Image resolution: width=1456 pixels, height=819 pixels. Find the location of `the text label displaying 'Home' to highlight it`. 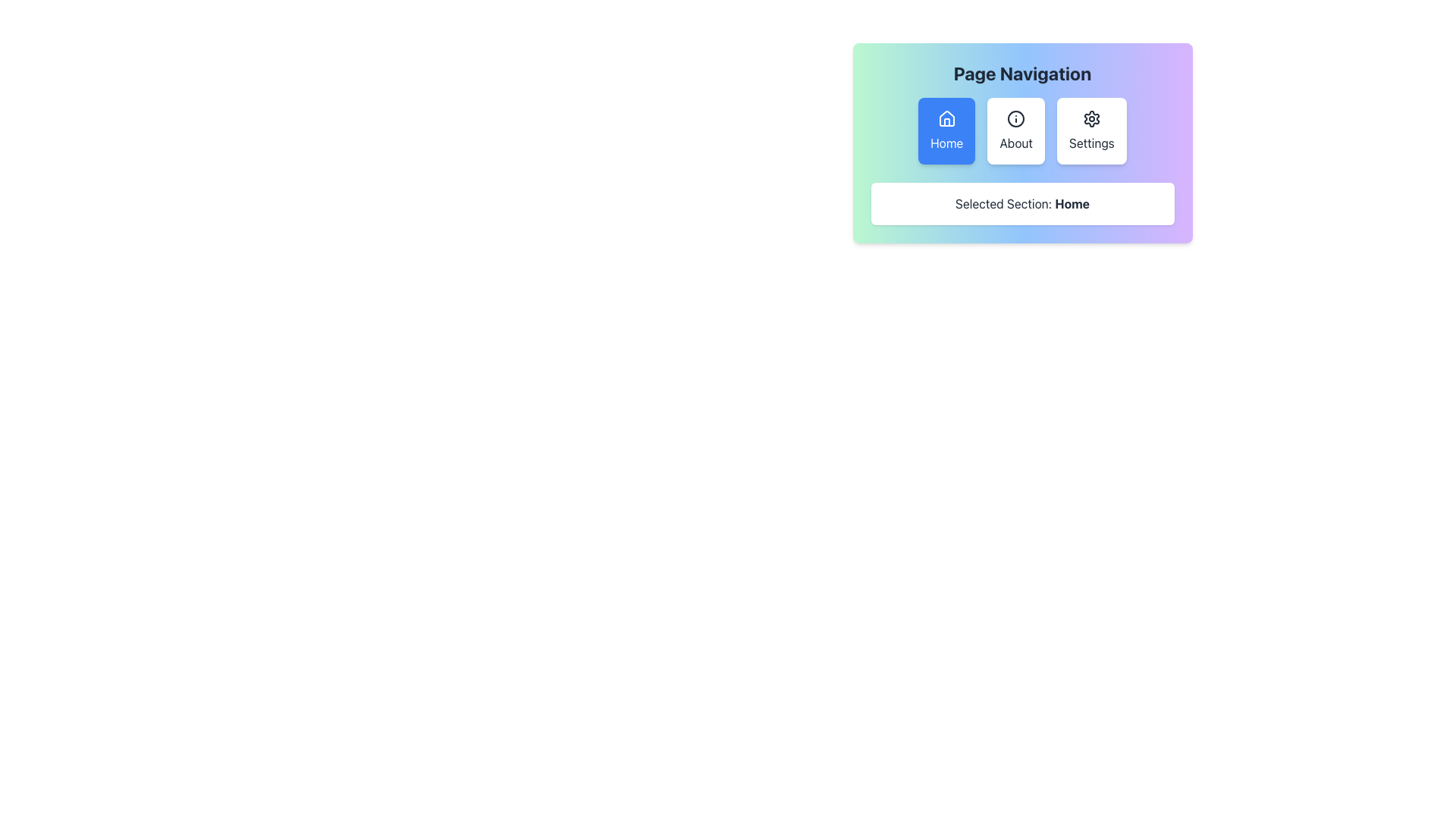

the text label displaying 'Home' to highlight it is located at coordinates (1072, 203).